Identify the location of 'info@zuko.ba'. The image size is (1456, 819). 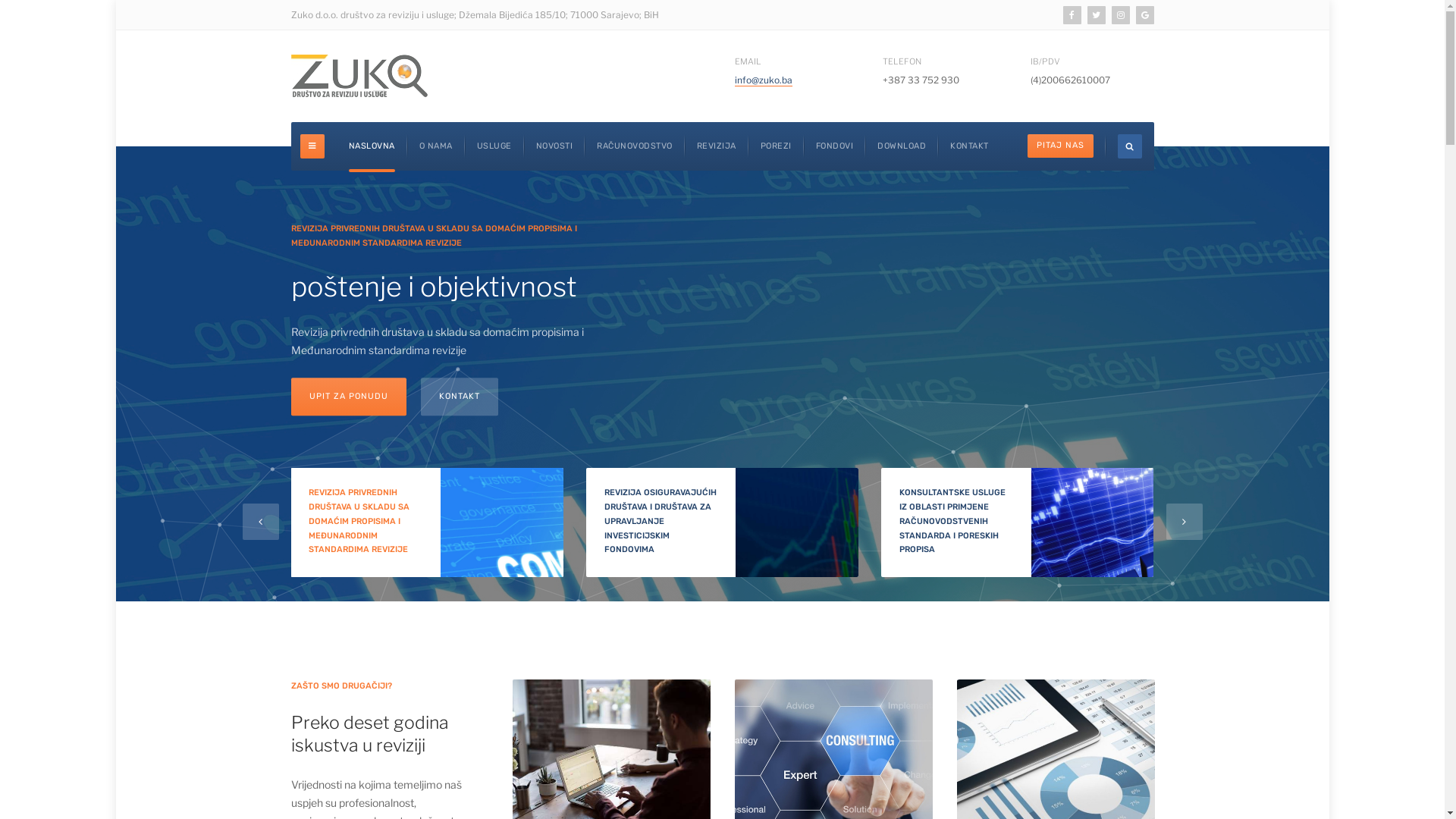
(763, 80).